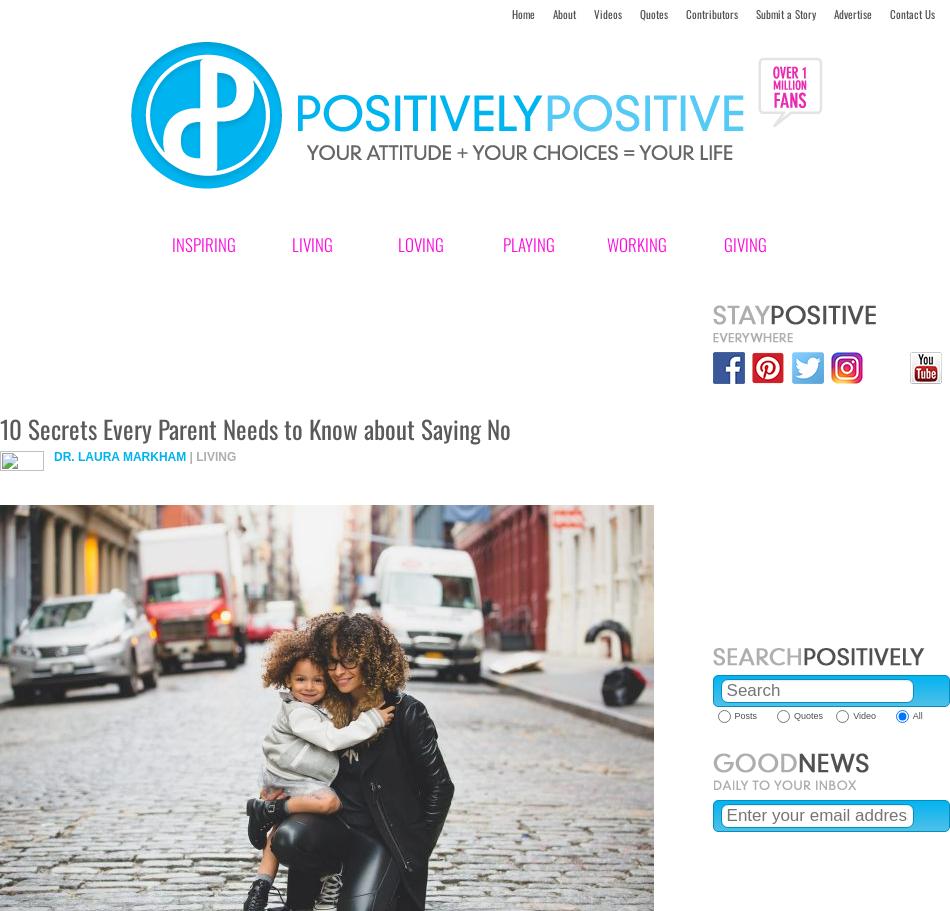 This screenshot has width=950, height=911. Describe the element at coordinates (911, 14) in the screenshot. I see `'Contact Us'` at that location.